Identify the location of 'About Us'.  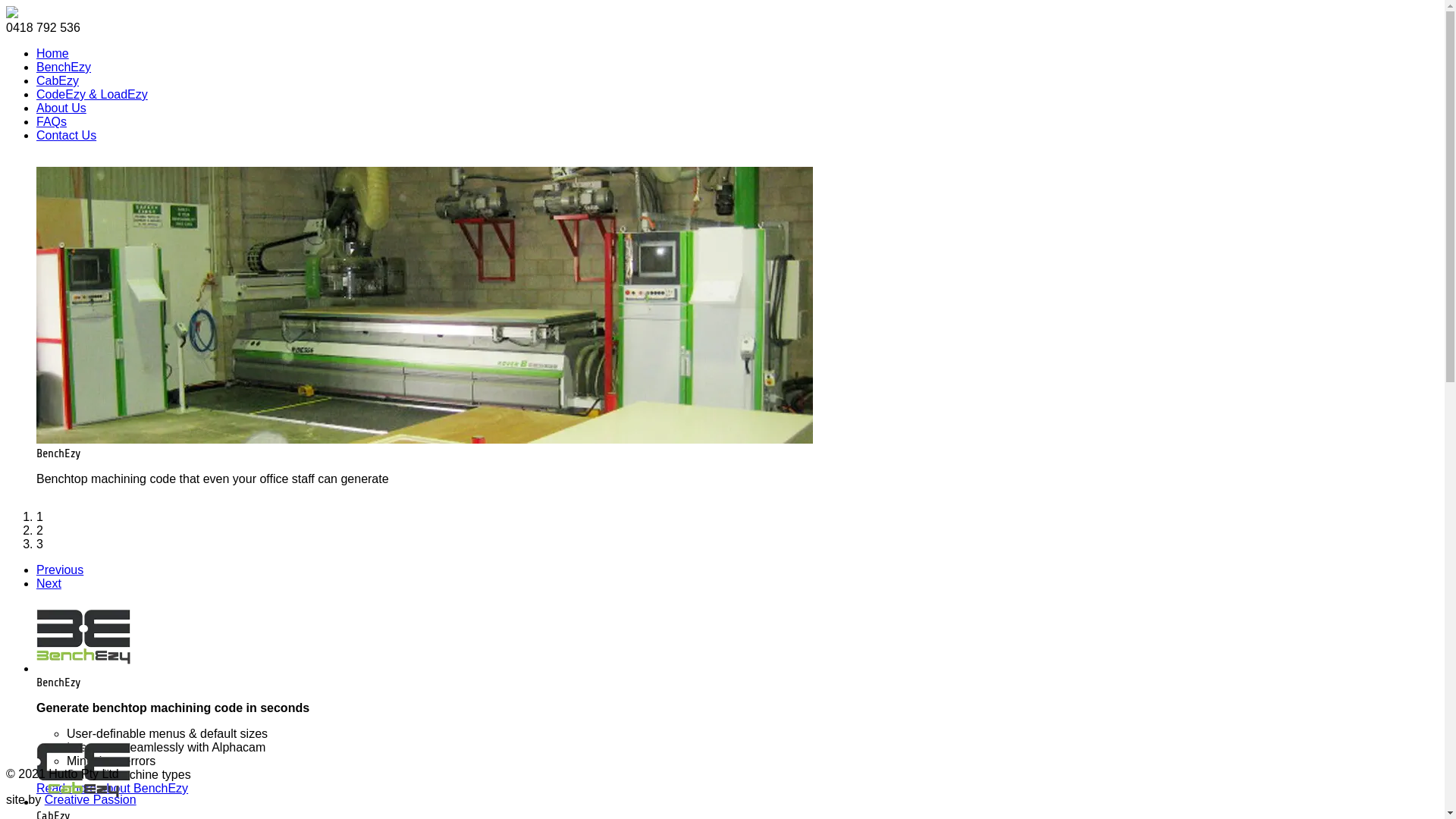
(36, 107).